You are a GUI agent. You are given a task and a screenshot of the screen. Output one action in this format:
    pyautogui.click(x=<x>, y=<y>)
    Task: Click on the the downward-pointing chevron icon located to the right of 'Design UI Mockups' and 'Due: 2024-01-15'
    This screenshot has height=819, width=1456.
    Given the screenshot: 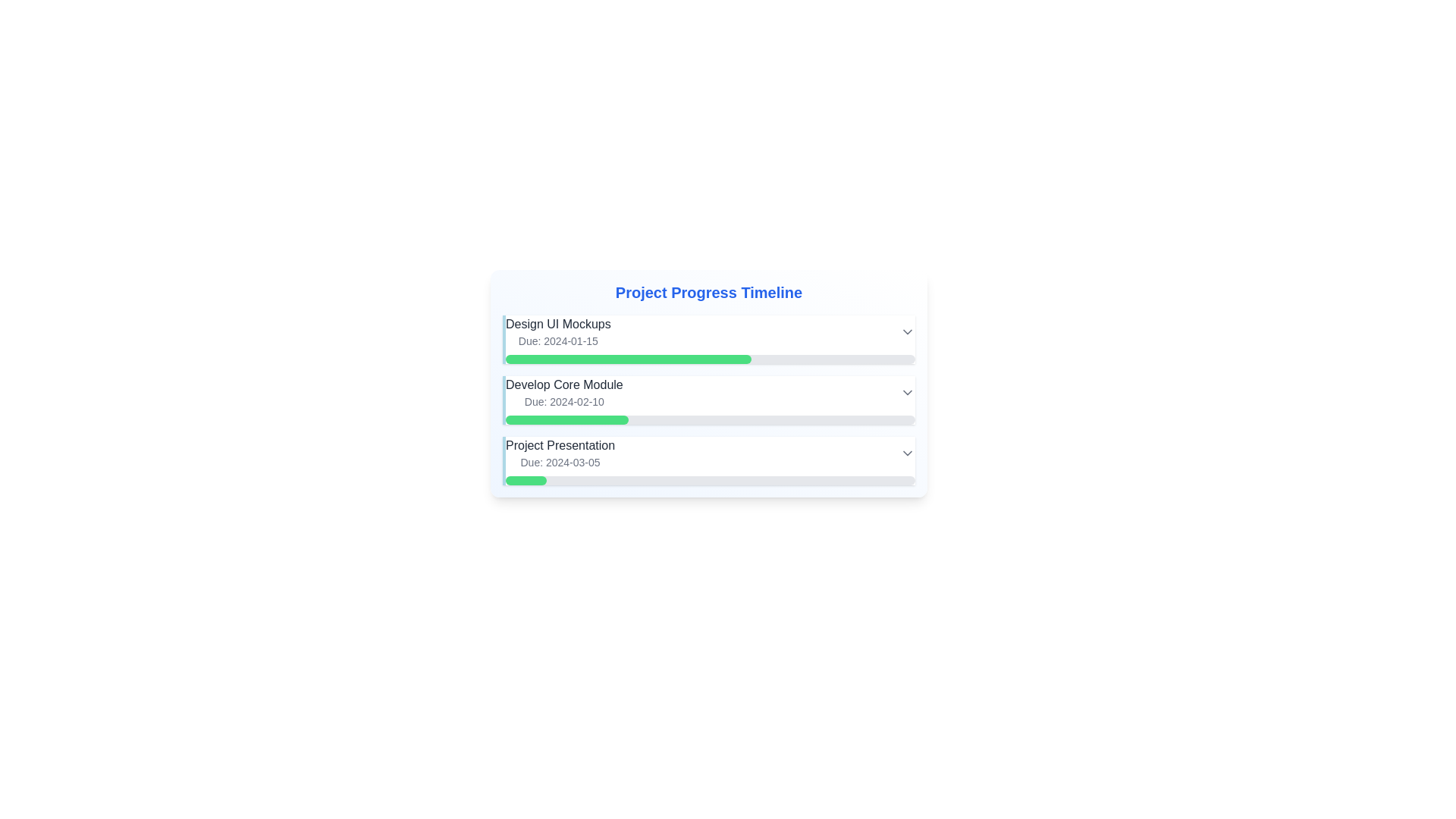 What is the action you would take?
    pyautogui.click(x=907, y=331)
    